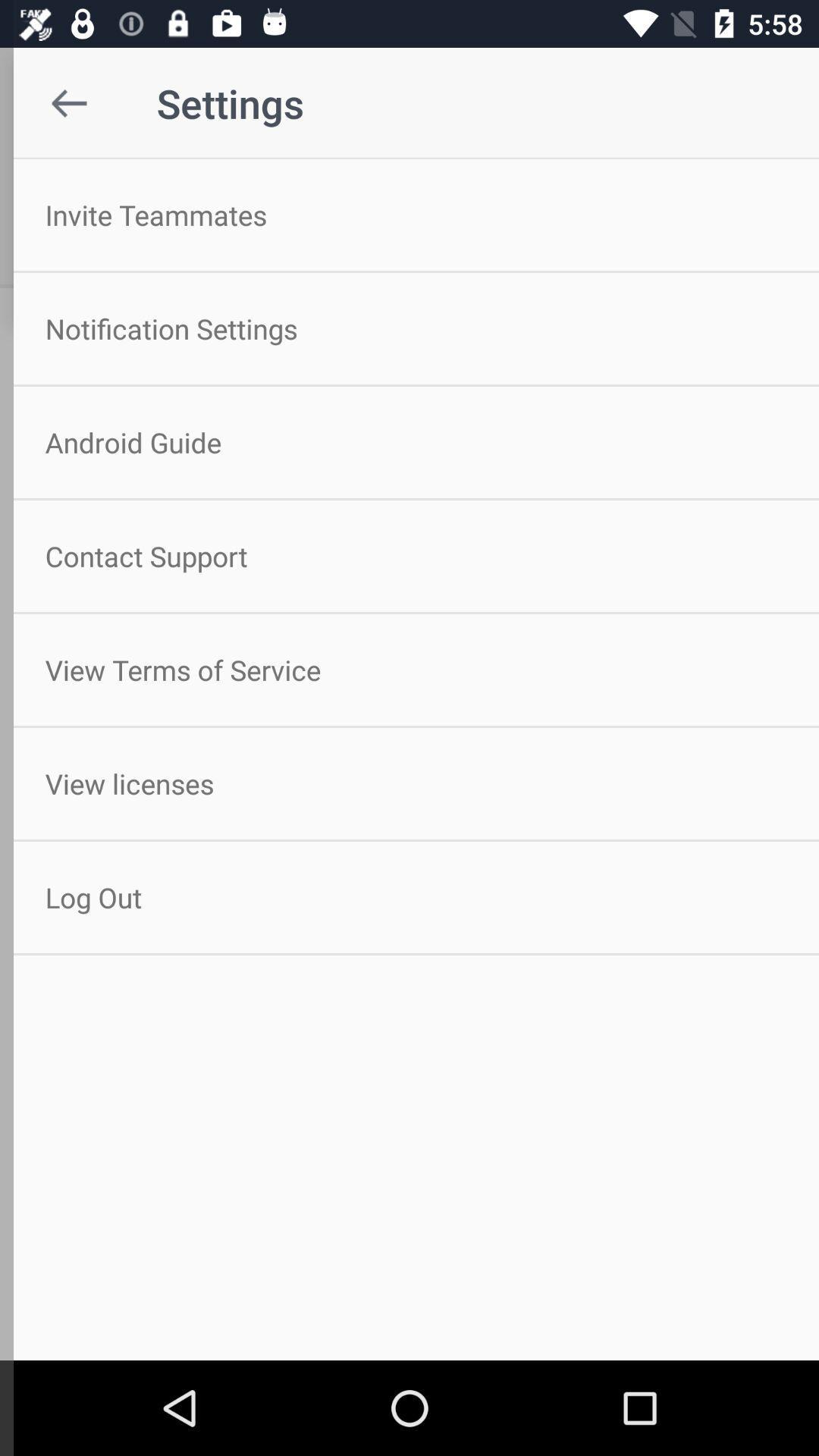 This screenshot has height=1456, width=819. What do you see at coordinates (409, 328) in the screenshot?
I see `item above android guide` at bounding box center [409, 328].